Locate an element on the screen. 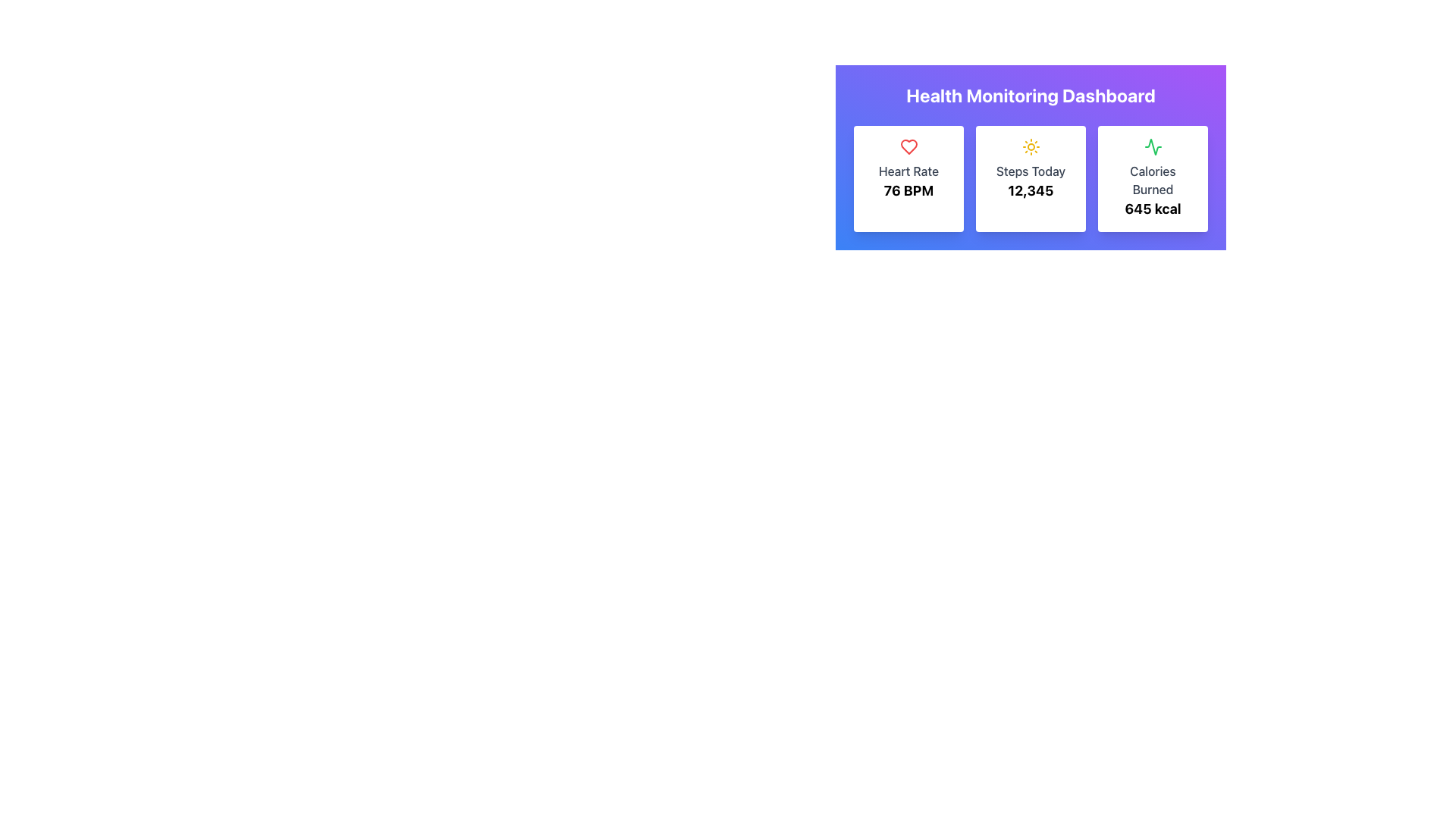  the Label text that indicates the number of steps taken today, located in the middle card of the Health Monitoring Dashboard, positioned above the numerical value '12,345' is located at coordinates (1031, 171).